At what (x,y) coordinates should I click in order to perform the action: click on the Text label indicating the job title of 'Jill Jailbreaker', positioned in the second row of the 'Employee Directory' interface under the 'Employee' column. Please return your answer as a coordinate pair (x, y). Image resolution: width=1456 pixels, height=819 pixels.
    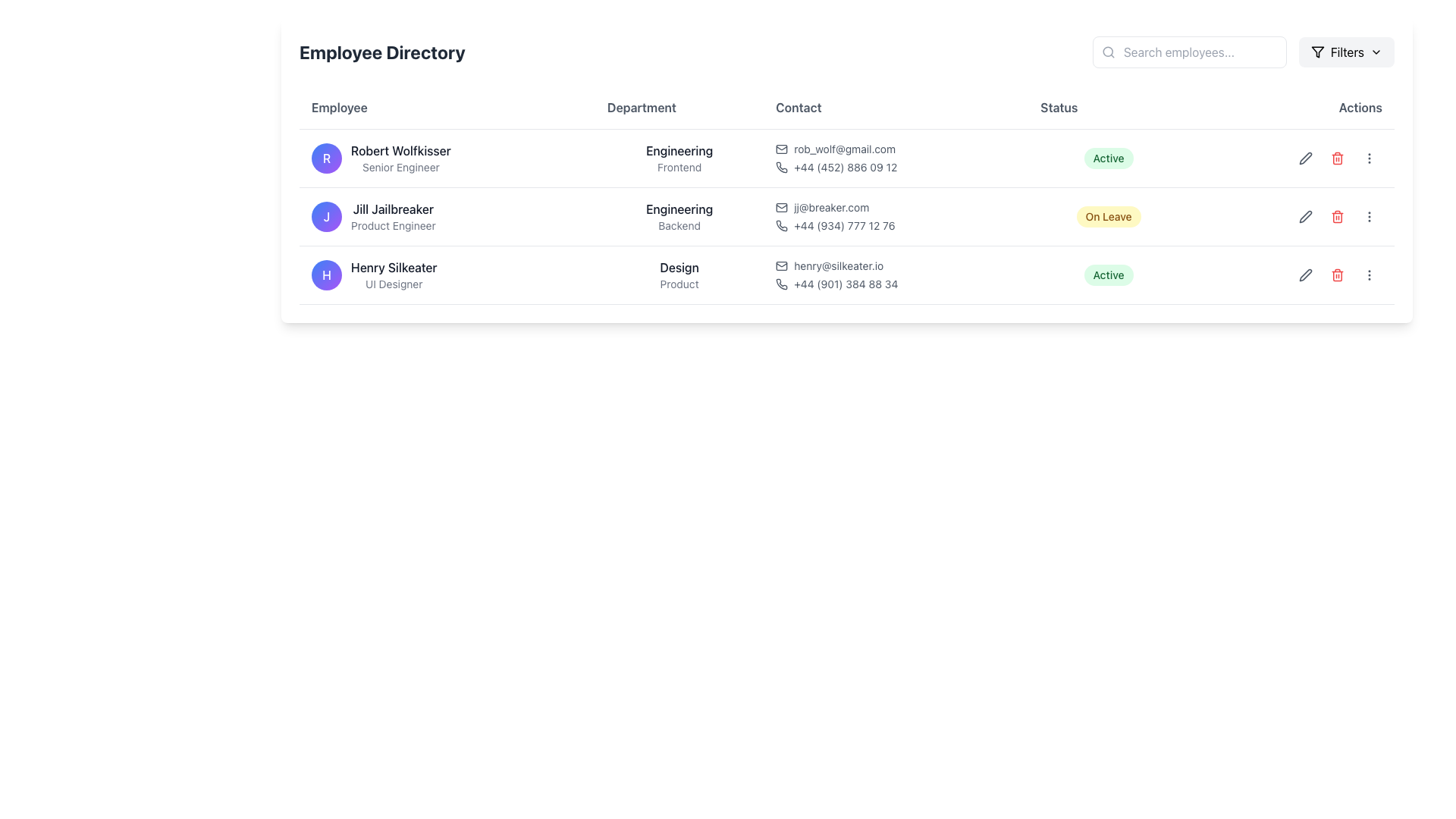
    Looking at the image, I should click on (393, 225).